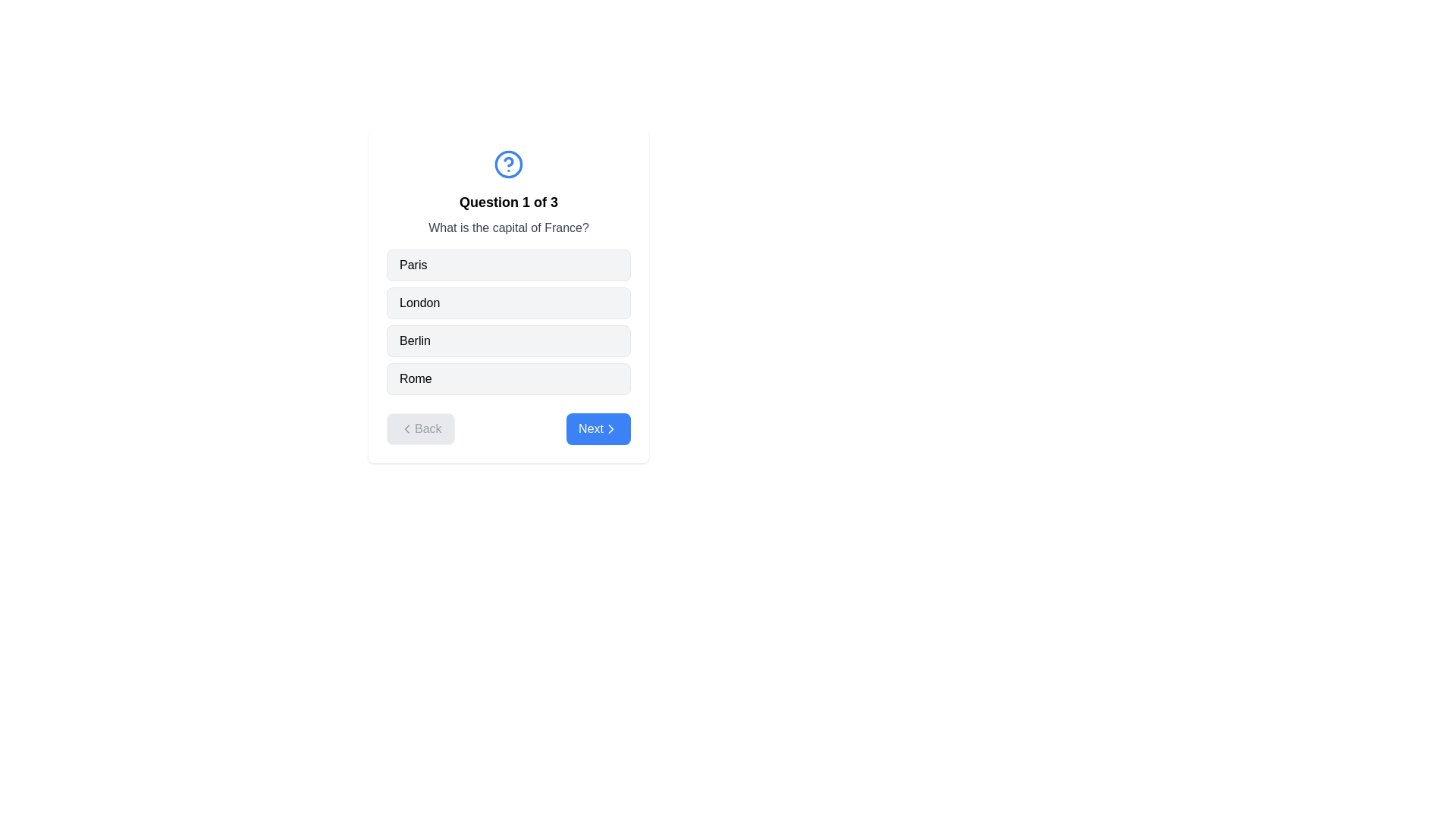  I want to click on the help icon located at the top section of the question box, directly above the text 'Question 1 of 3', so click(509, 164).